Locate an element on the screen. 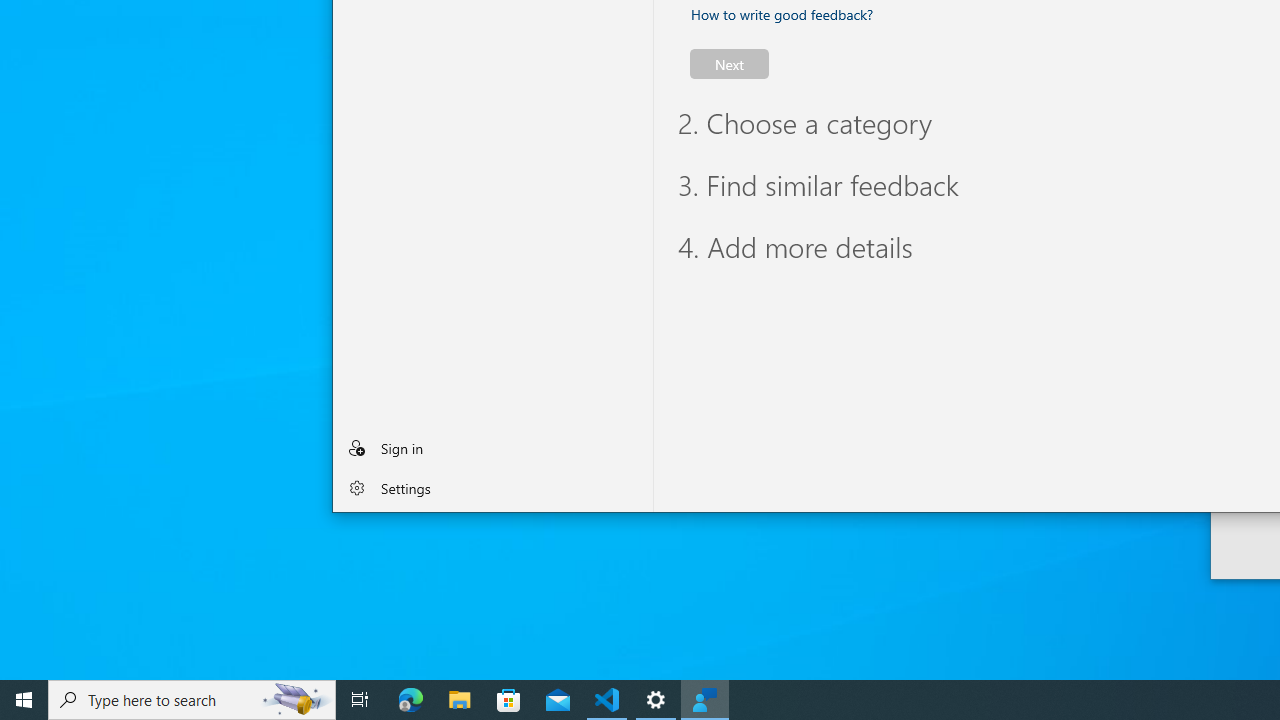  'Start' is located at coordinates (24, 698).